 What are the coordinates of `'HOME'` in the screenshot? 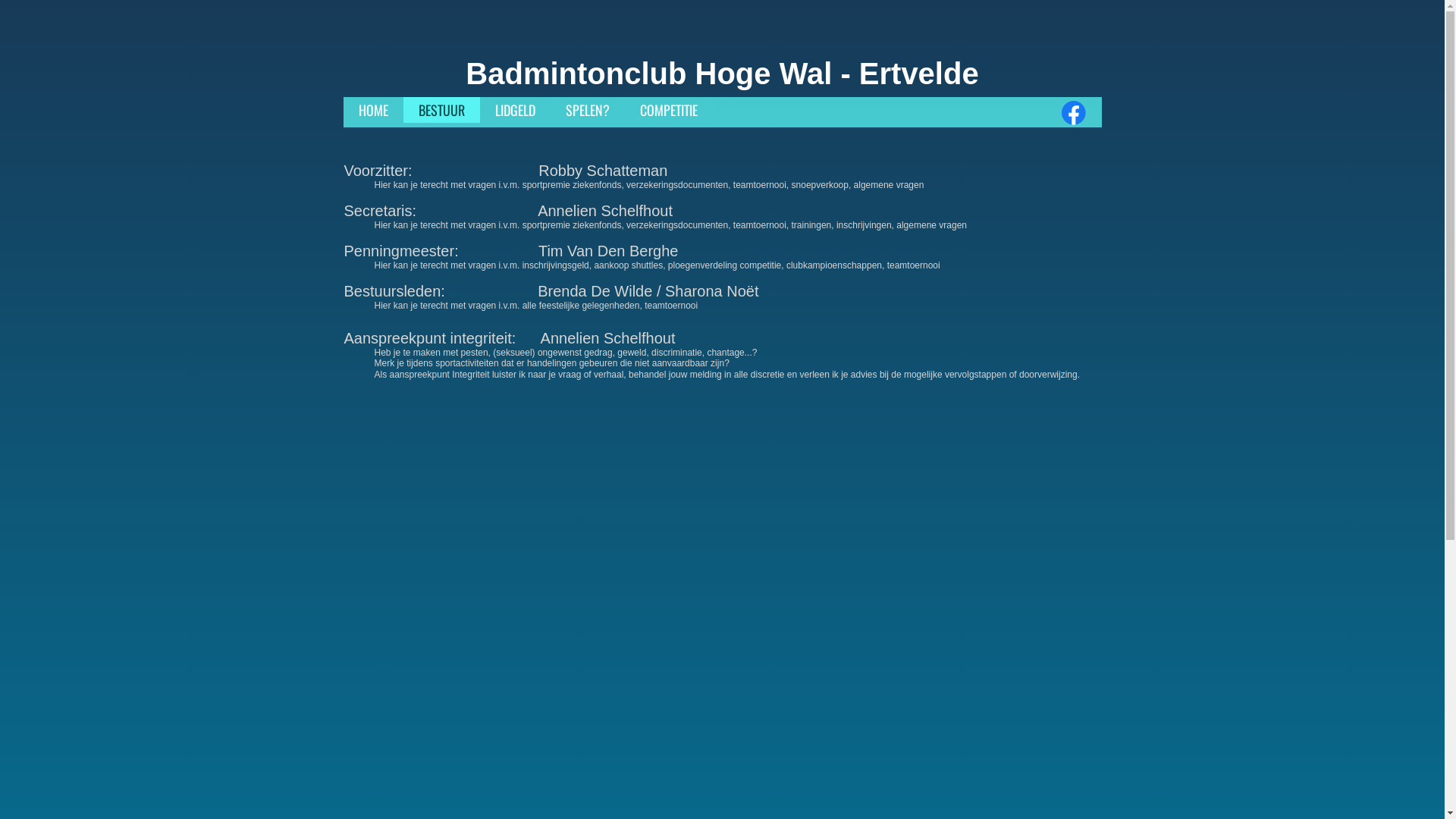 It's located at (372, 109).